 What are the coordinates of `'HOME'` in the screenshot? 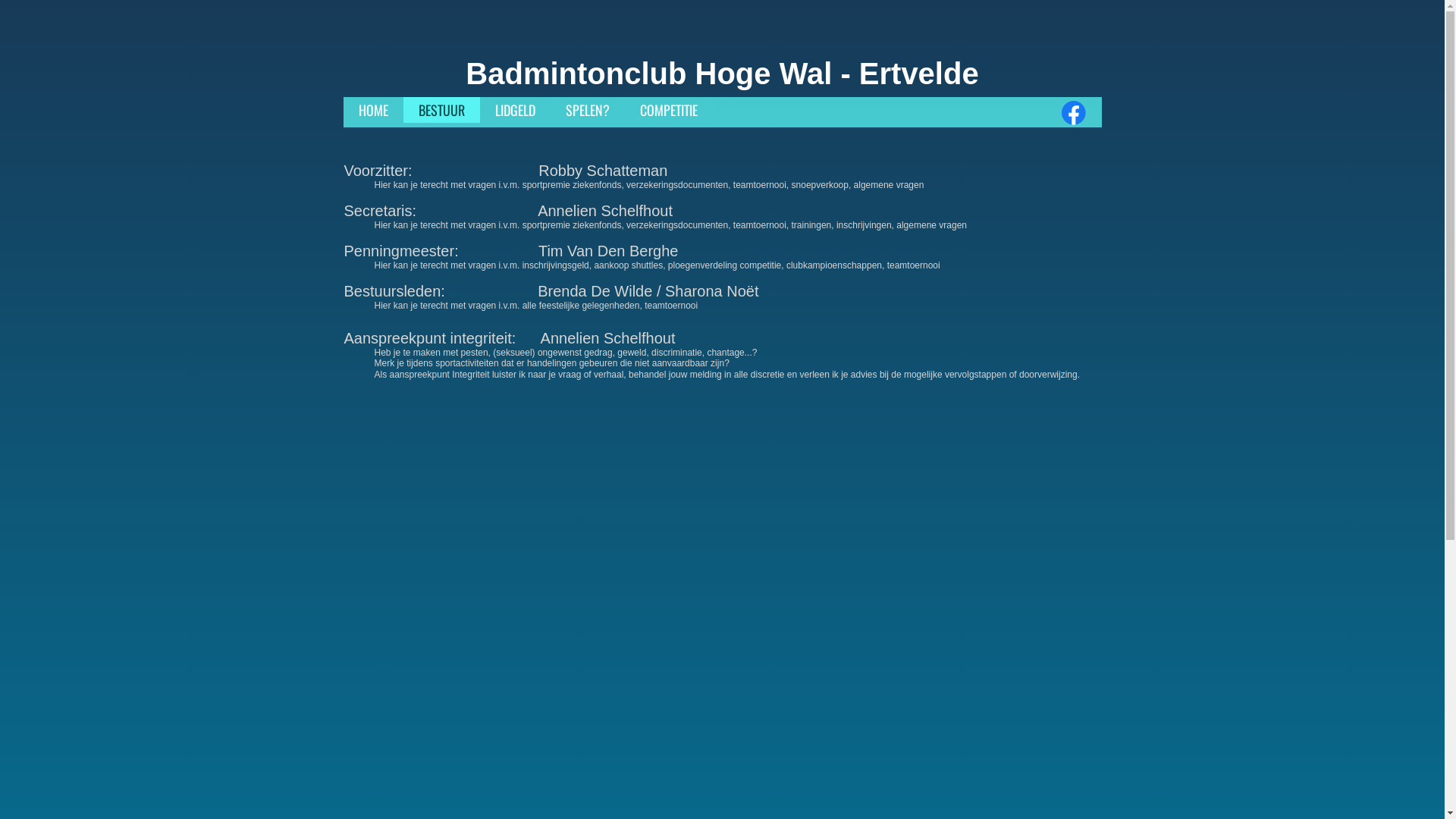 It's located at (372, 109).